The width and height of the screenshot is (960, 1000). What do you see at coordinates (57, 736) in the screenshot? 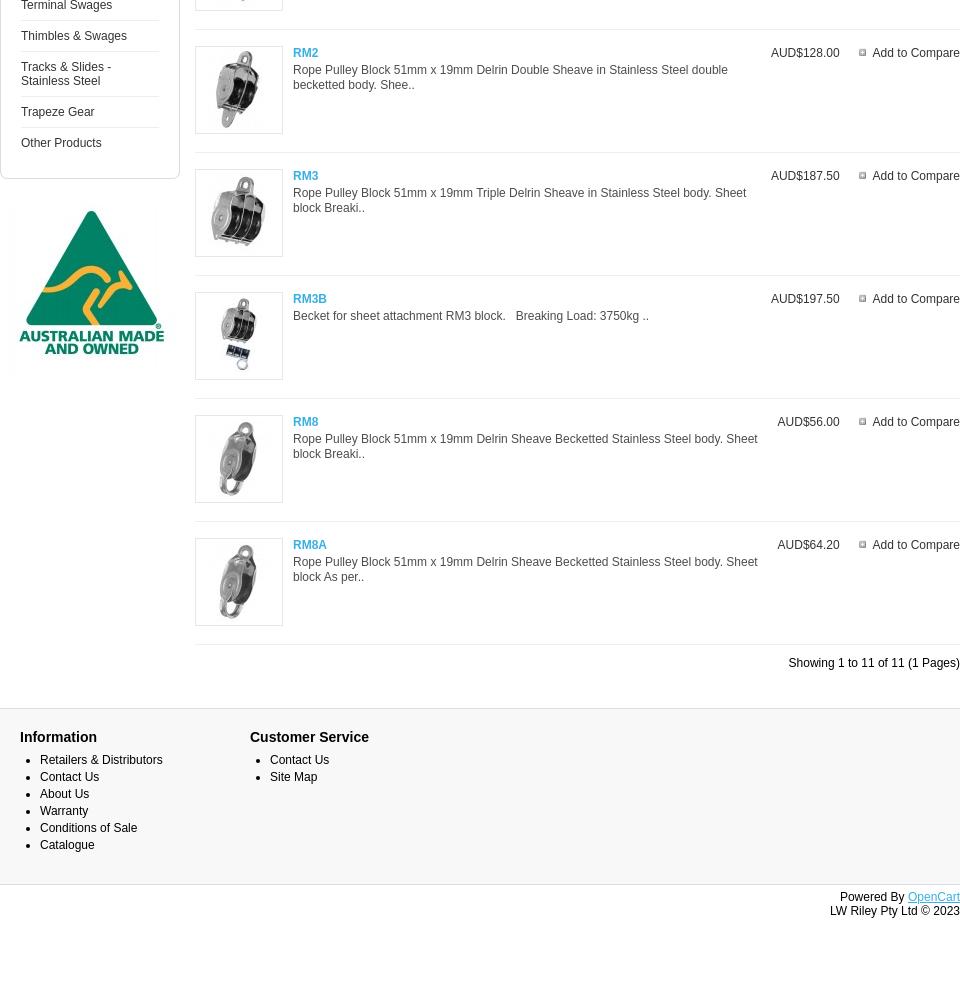
I see `'Information'` at bounding box center [57, 736].